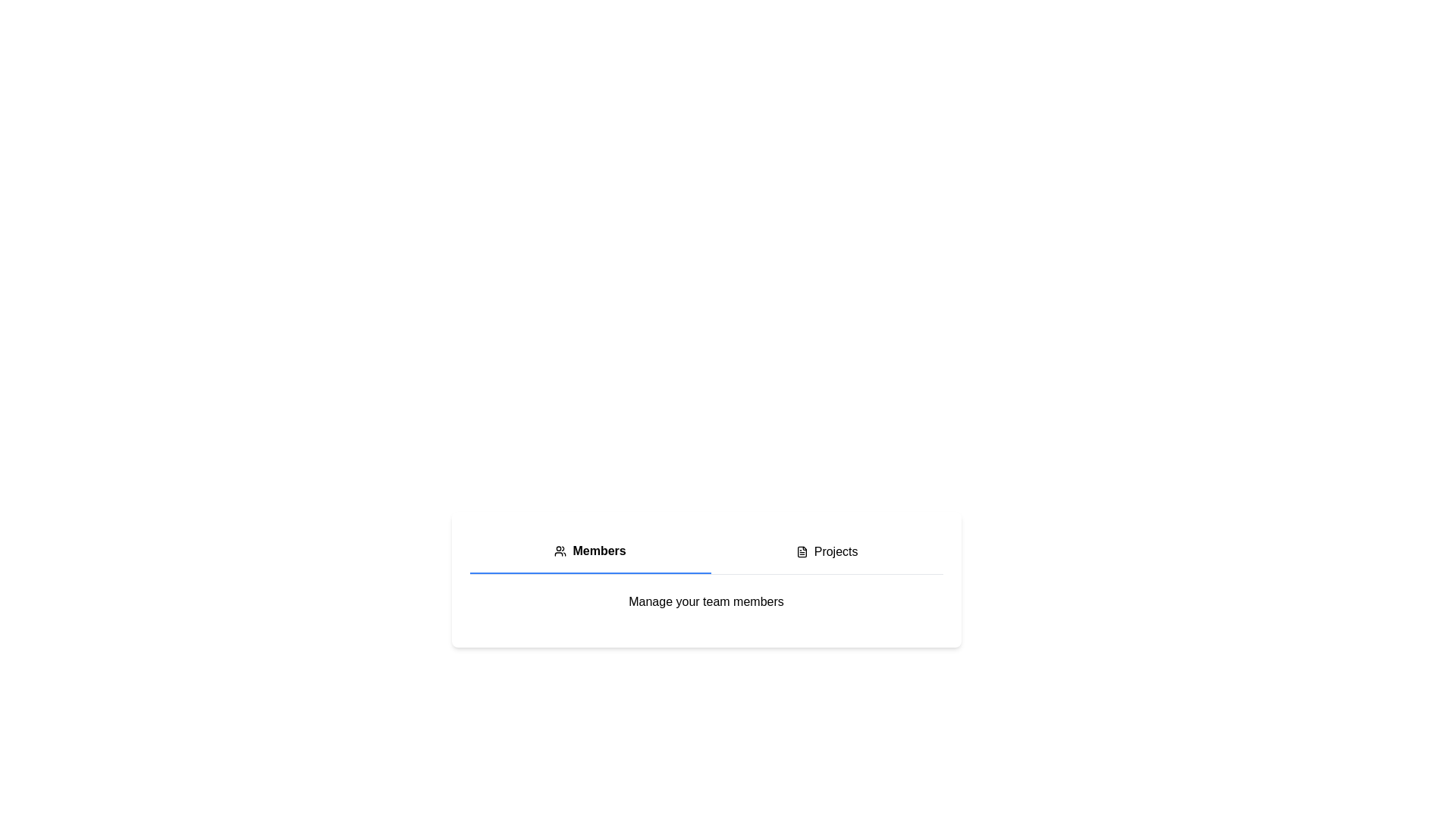 The image size is (1456, 819). What do you see at coordinates (835, 552) in the screenshot?
I see `the 'Projects' text label located towards the bottom-center of the interface, to the right of a document icon` at bounding box center [835, 552].